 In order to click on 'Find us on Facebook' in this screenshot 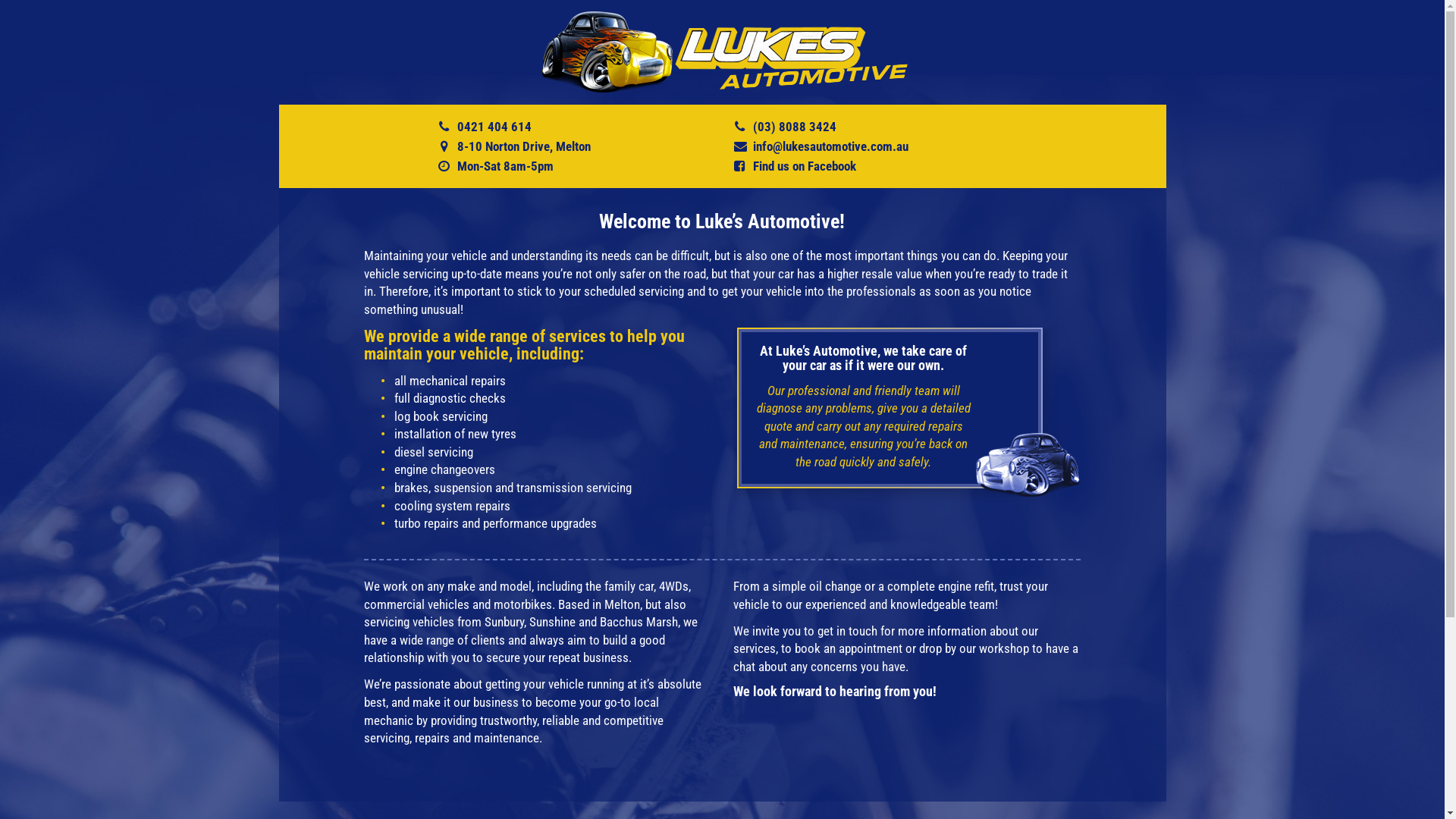, I will do `click(803, 166)`.